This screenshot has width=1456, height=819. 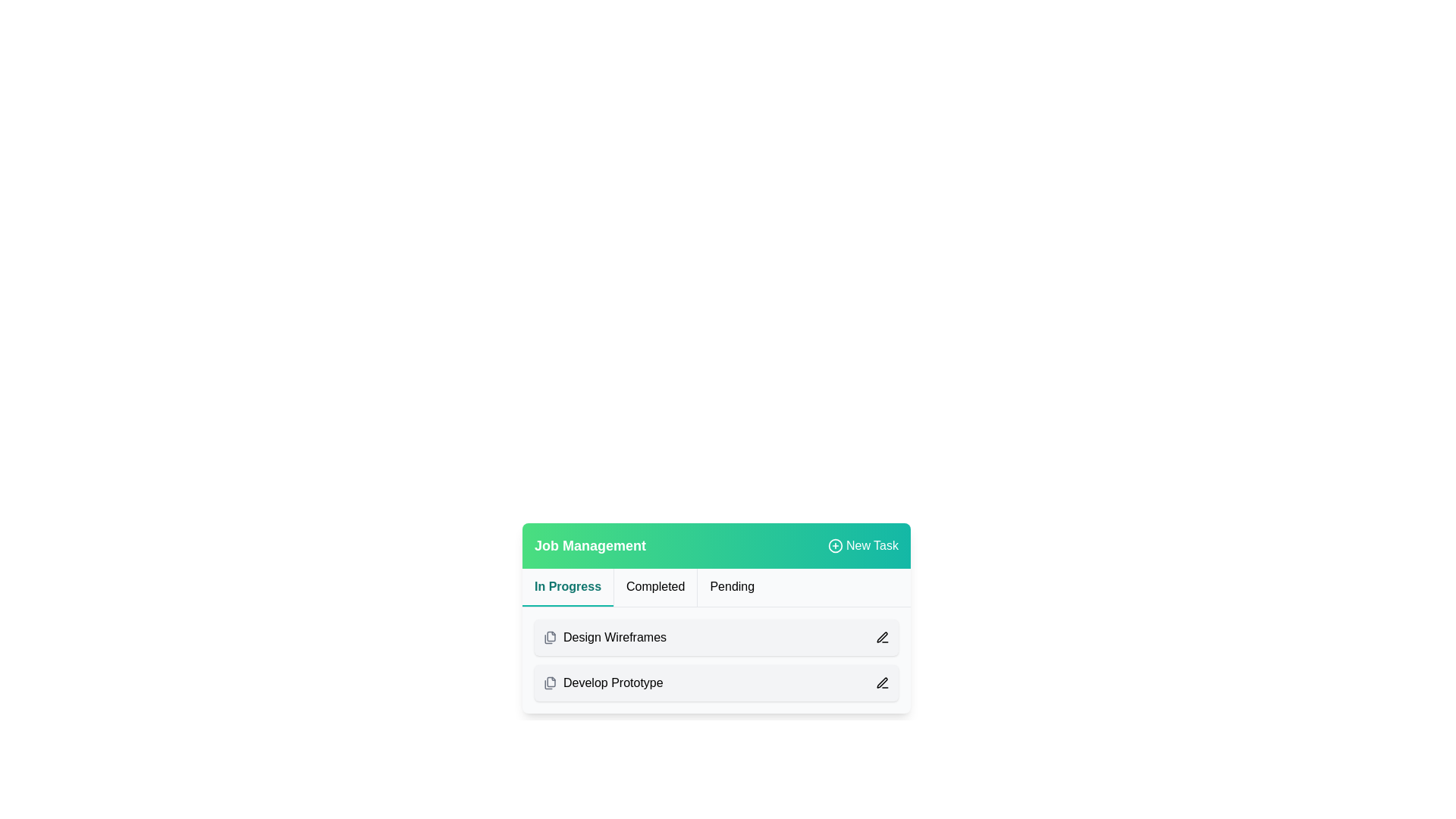 What do you see at coordinates (549, 683) in the screenshot?
I see `the gray document stack icon located to the left of the 'Develop Prototype' task in the 'In Progress' tab` at bounding box center [549, 683].